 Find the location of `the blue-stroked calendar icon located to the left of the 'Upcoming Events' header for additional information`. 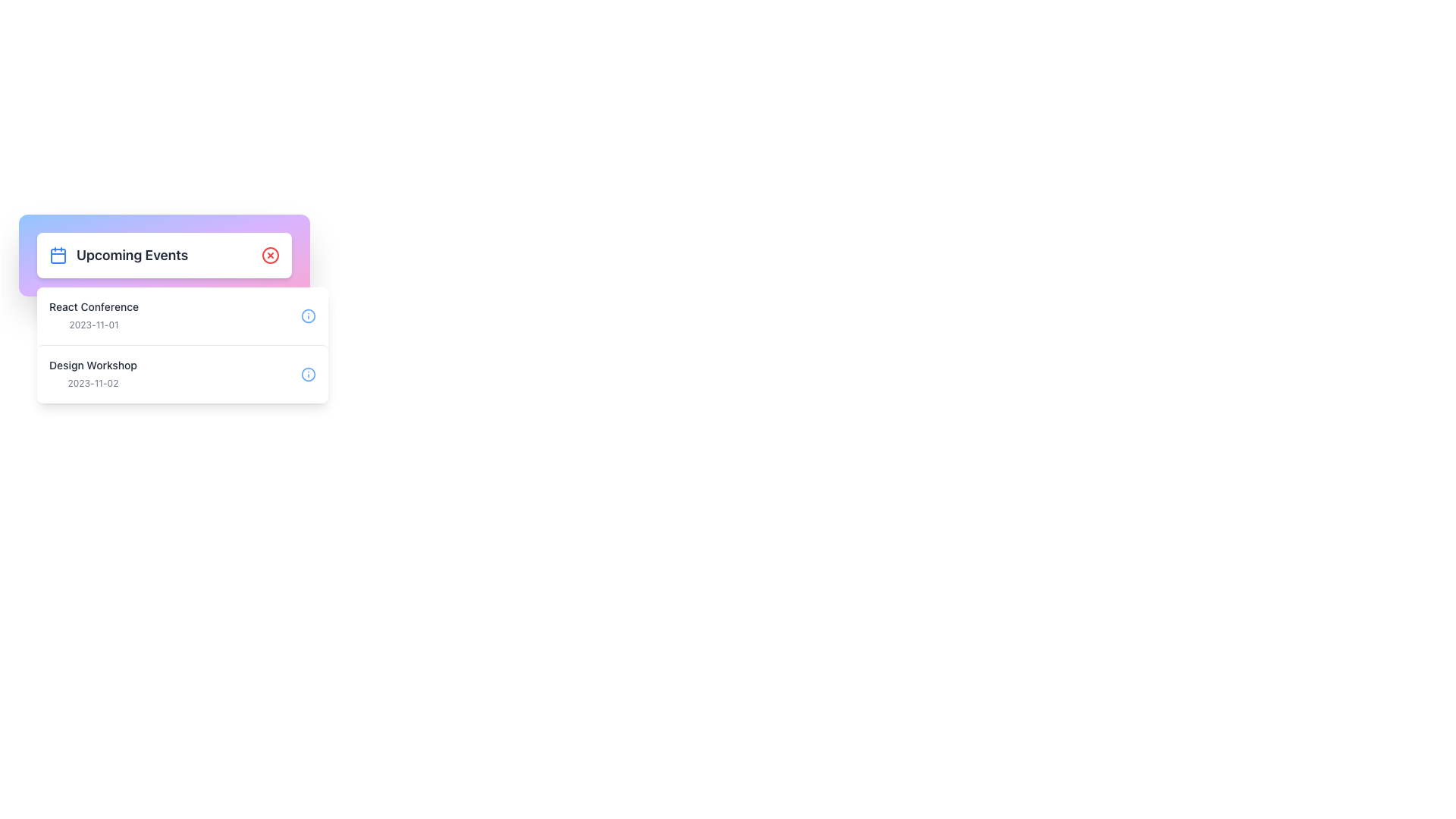

the blue-stroked calendar icon located to the left of the 'Upcoming Events' header for additional information is located at coordinates (58, 254).